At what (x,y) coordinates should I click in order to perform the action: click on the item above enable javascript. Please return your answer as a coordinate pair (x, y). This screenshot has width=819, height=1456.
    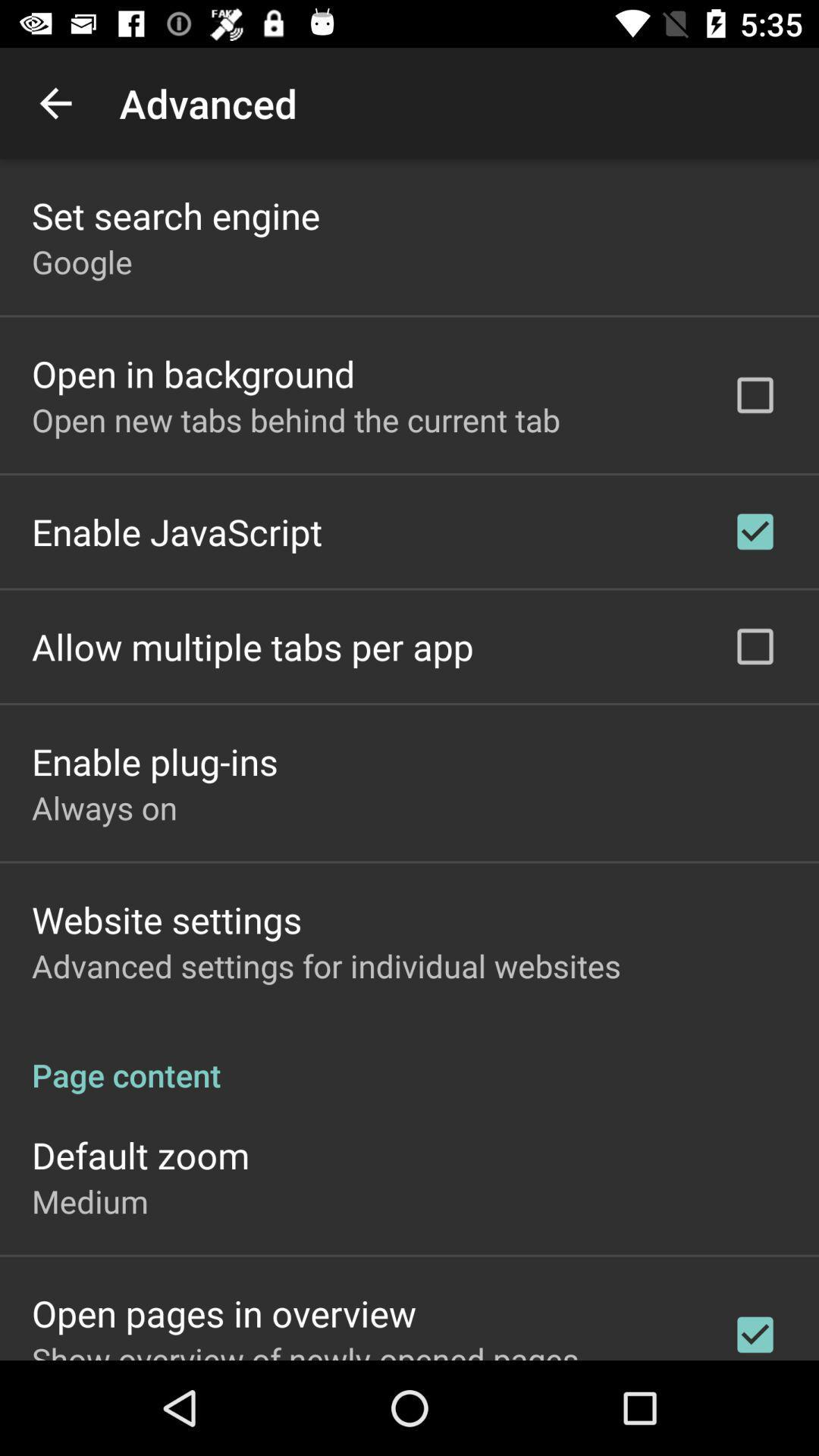
    Looking at the image, I should click on (296, 419).